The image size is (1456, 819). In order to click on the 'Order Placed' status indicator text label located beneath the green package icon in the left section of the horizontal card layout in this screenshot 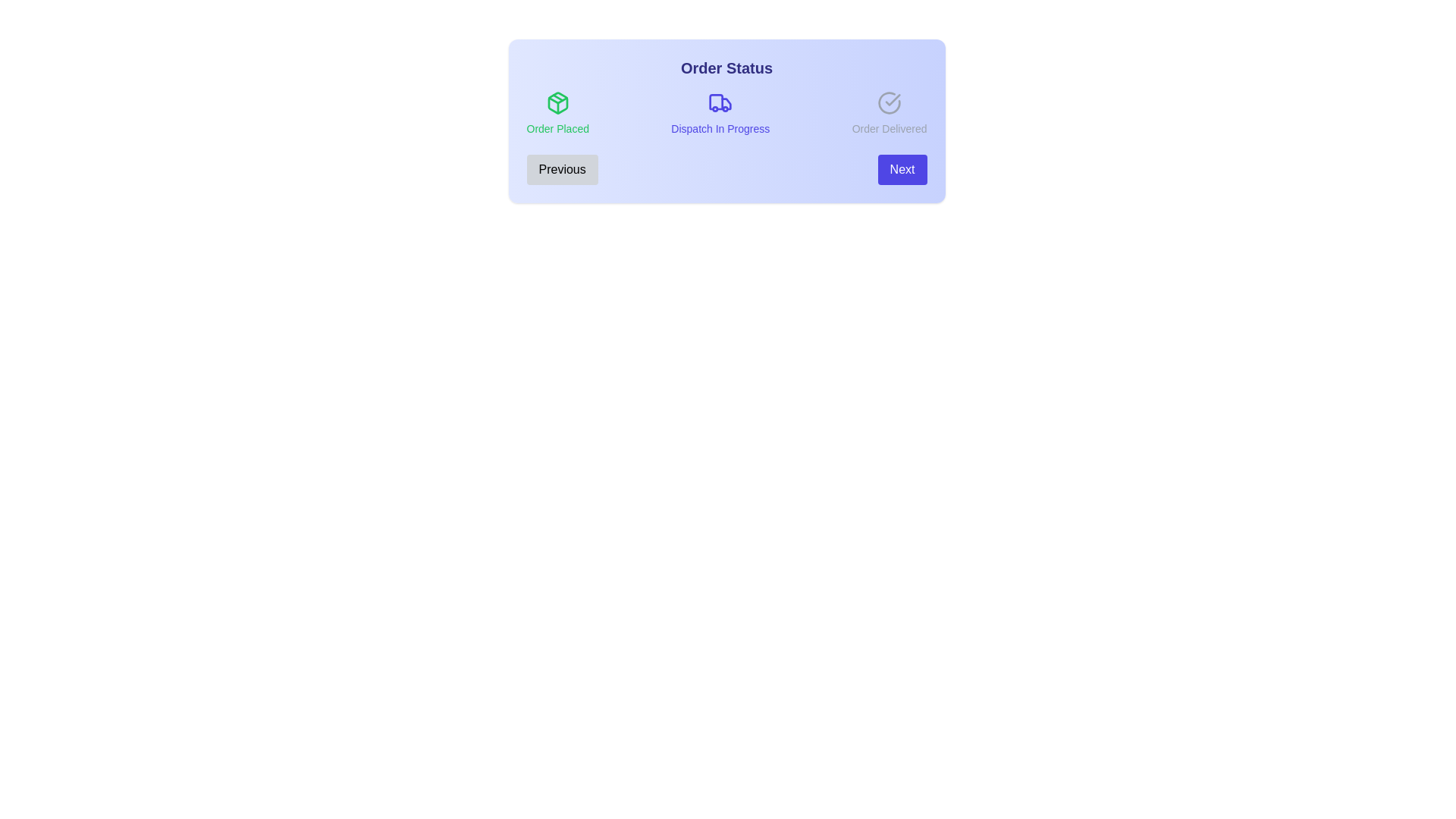, I will do `click(557, 127)`.